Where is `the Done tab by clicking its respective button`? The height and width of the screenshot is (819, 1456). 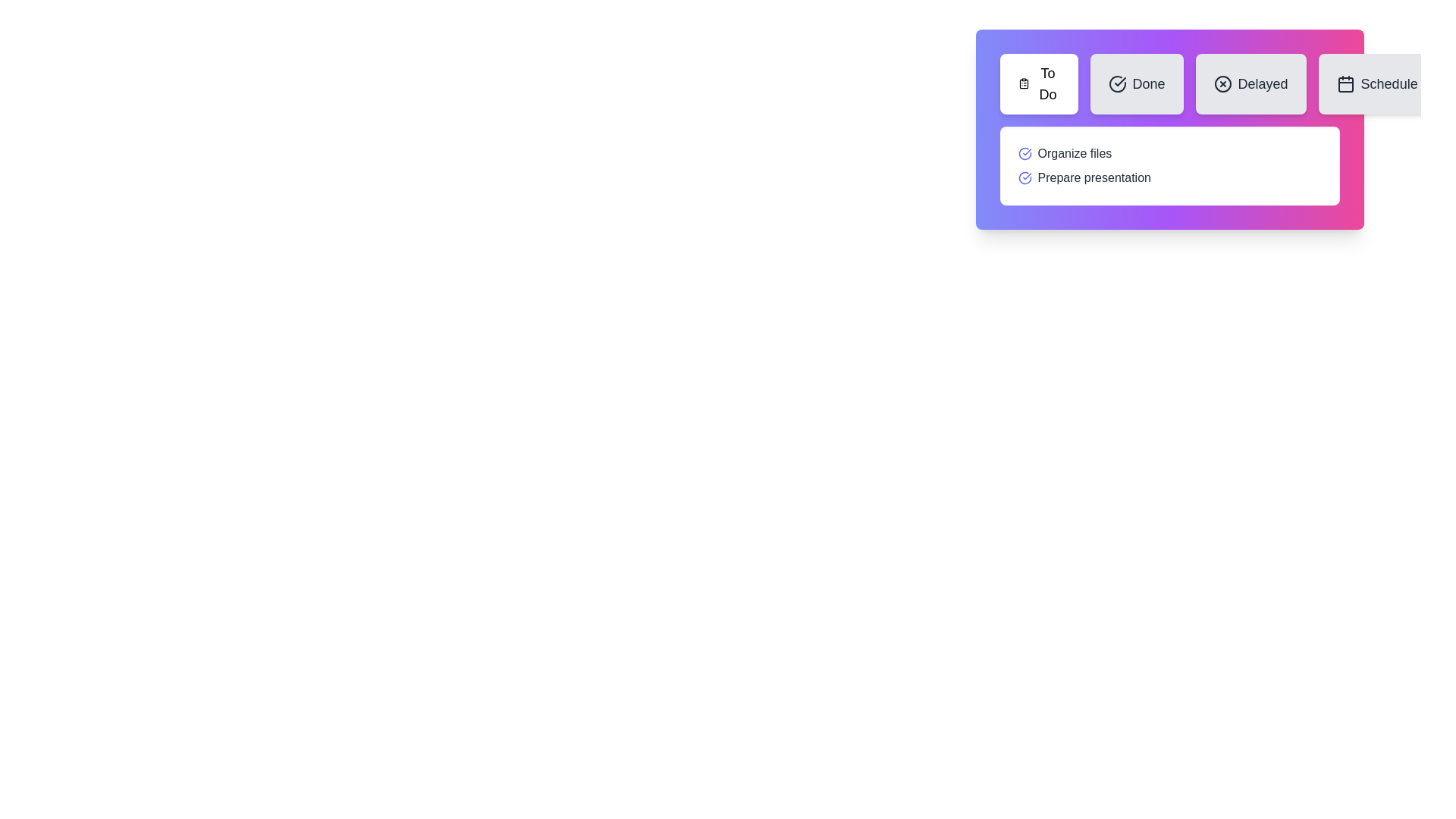
the Done tab by clicking its respective button is located at coordinates (1136, 84).